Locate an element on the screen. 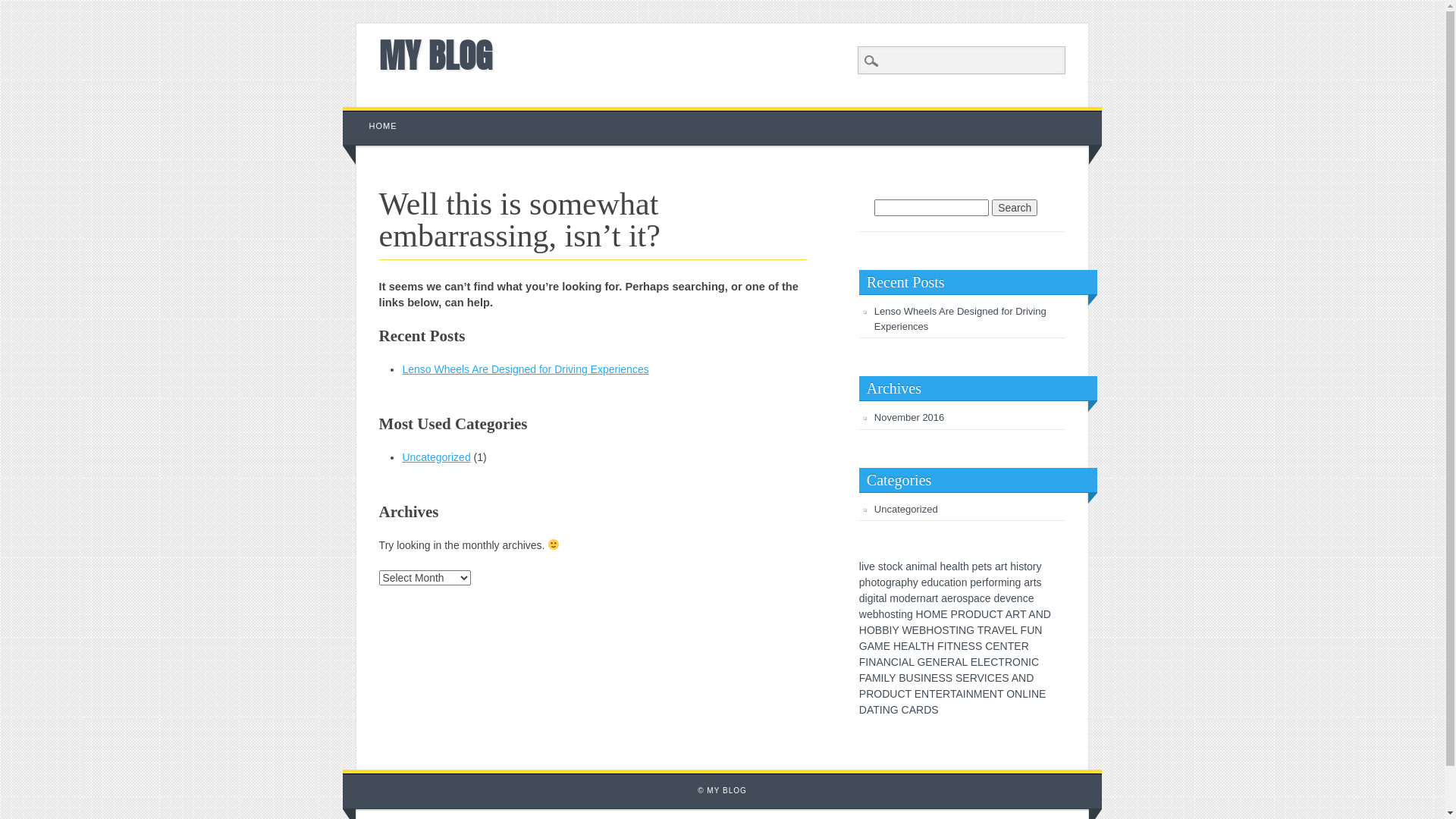 The height and width of the screenshot is (819, 1456). 'Y' is located at coordinates (892, 677).